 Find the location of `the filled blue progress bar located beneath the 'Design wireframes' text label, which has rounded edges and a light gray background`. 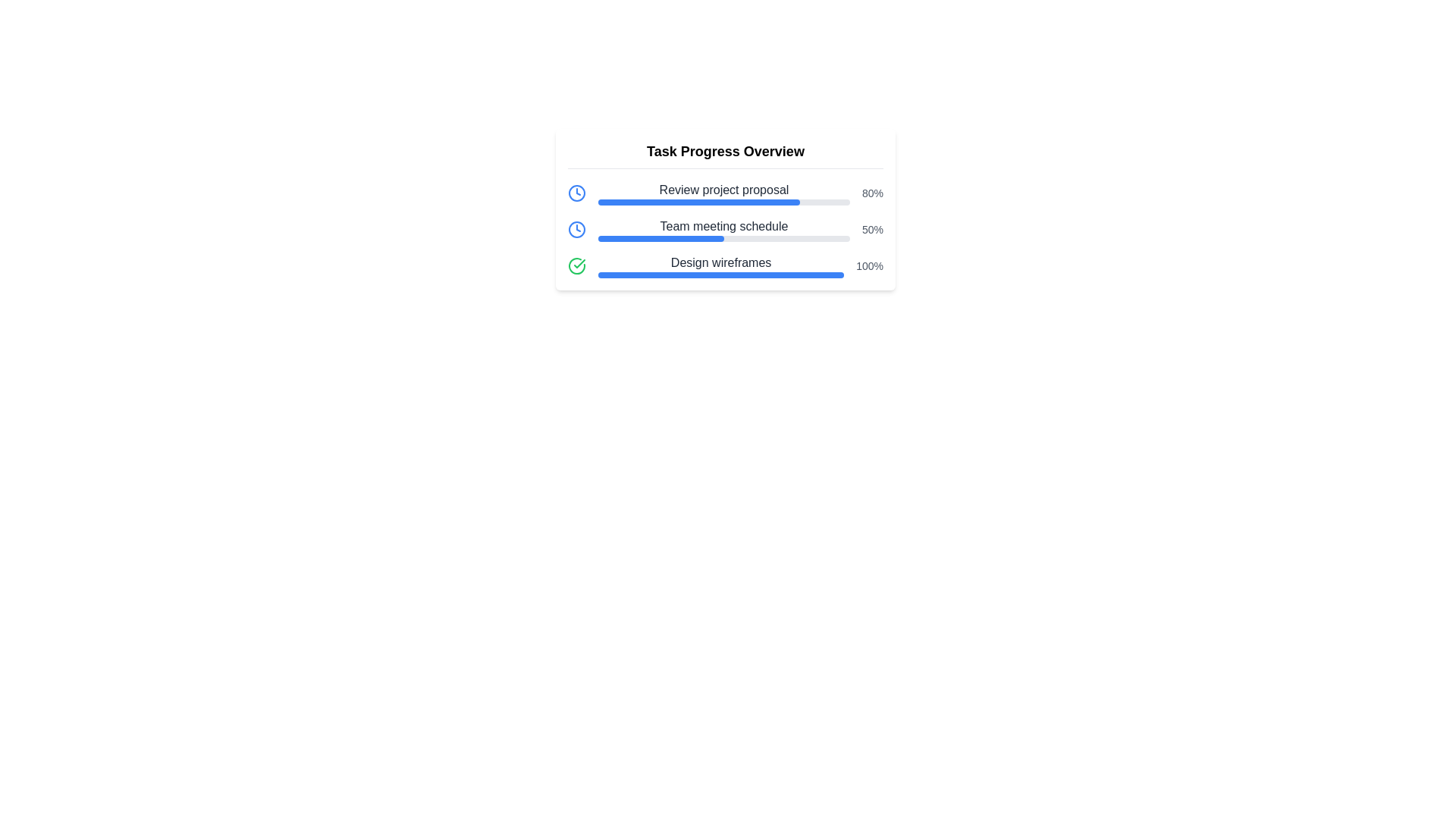

the filled blue progress bar located beneath the 'Design wireframes' text label, which has rounded edges and a light gray background is located at coordinates (720, 275).